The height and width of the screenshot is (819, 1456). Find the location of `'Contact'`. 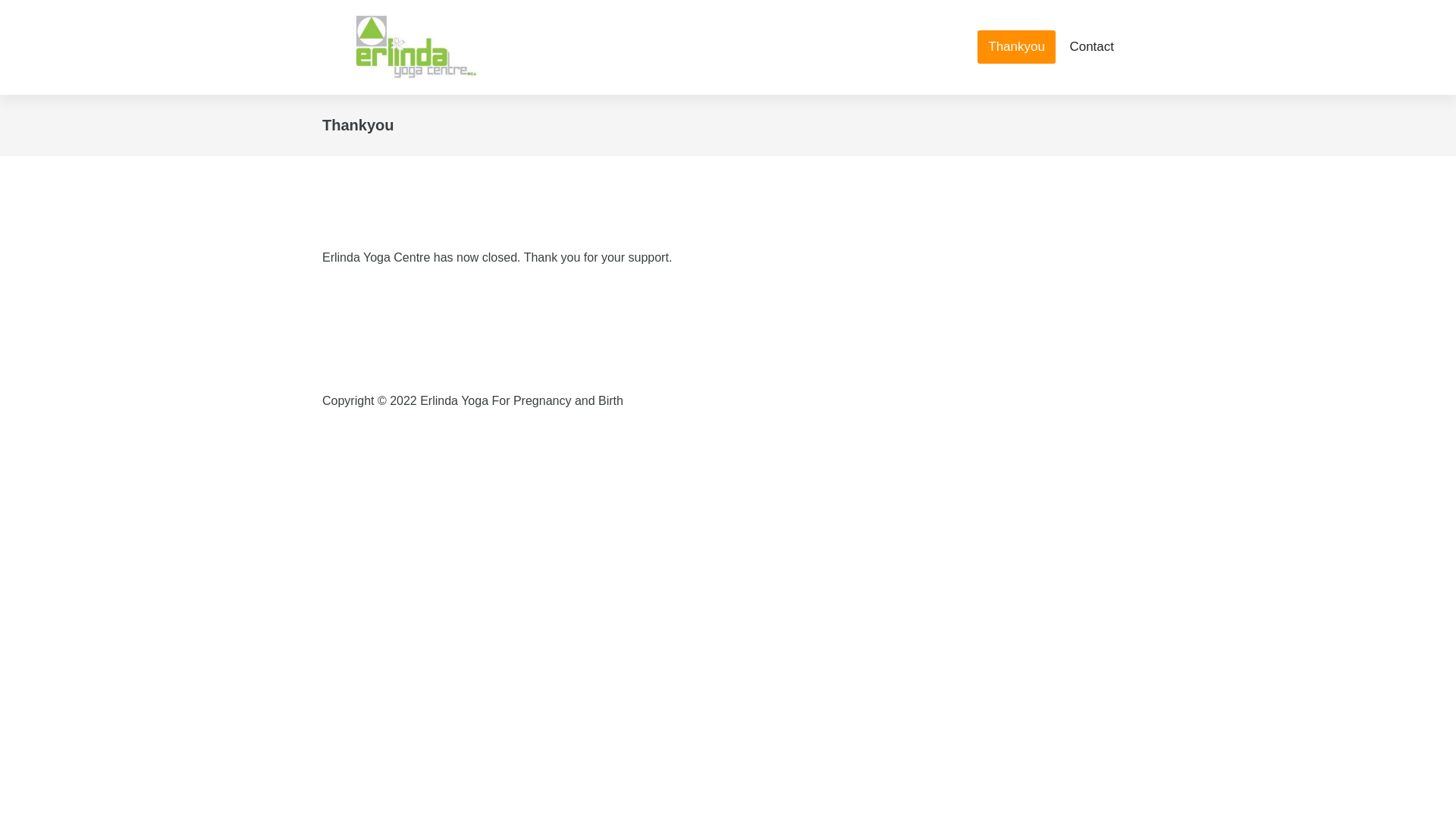

'Contact' is located at coordinates (1090, 45).